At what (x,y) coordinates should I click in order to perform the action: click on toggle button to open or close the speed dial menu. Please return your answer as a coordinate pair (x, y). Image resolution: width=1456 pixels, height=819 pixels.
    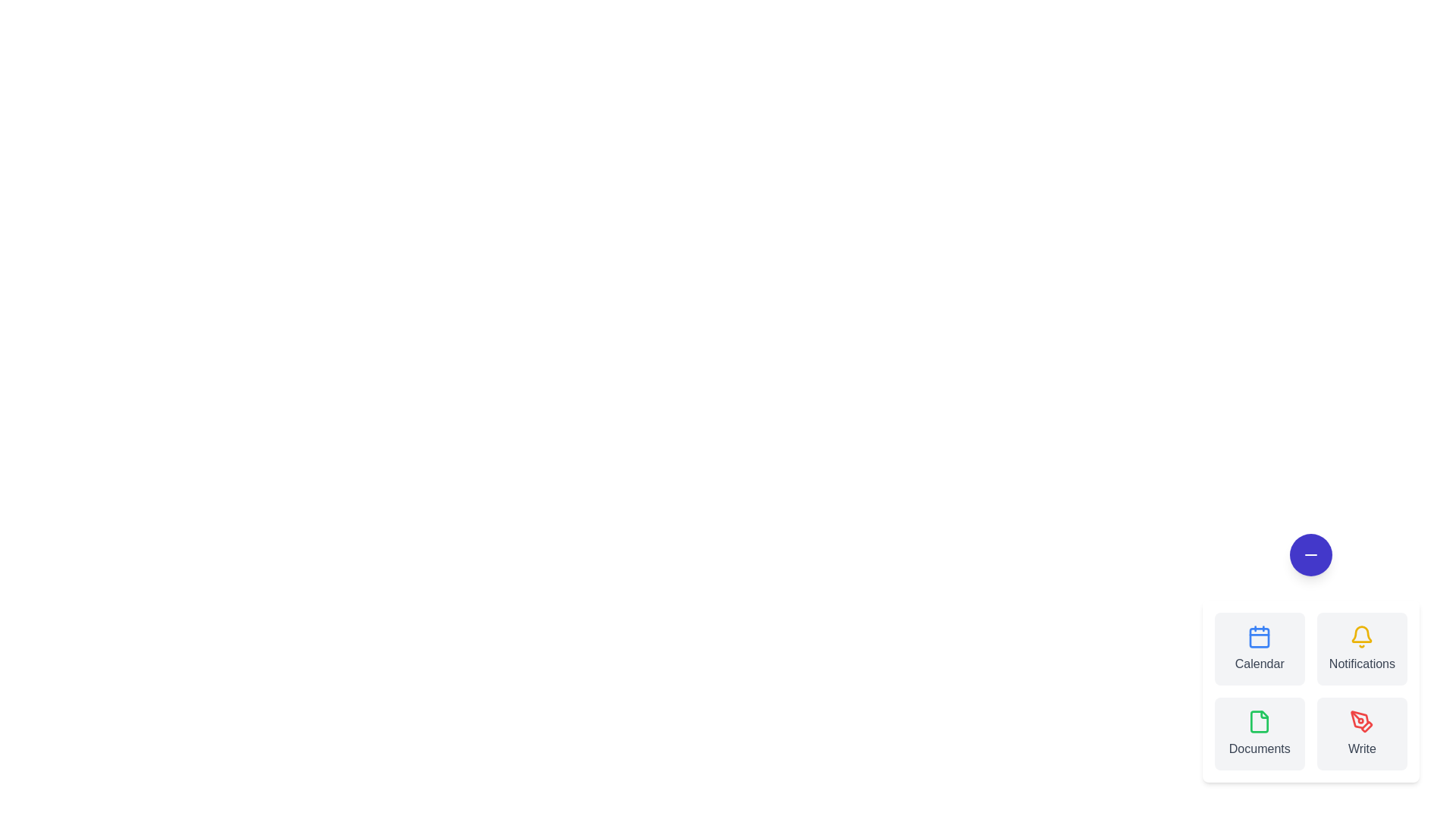
    Looking at the image, I should click on (1310, 555).